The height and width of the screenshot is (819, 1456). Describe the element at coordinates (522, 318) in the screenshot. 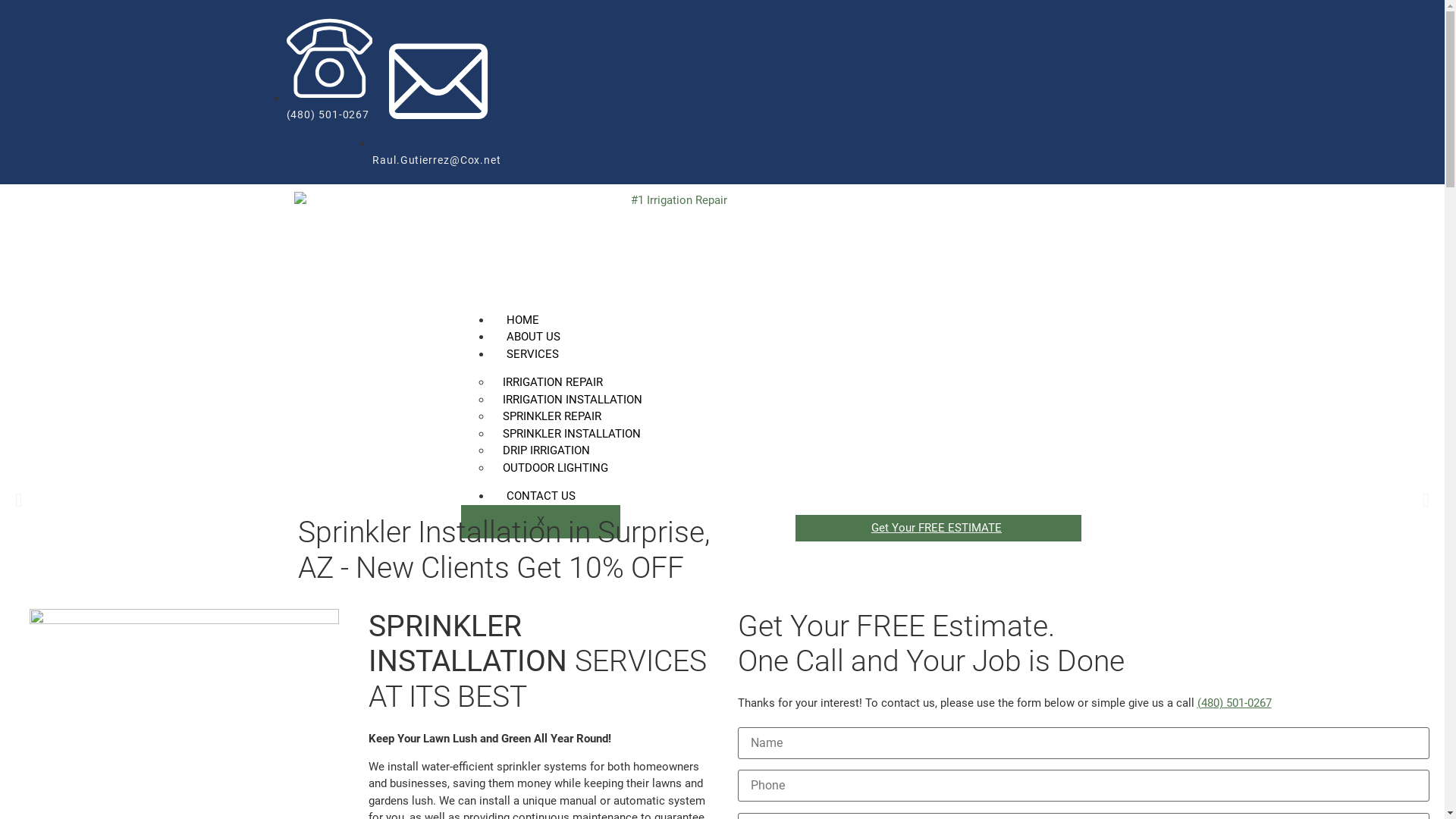

I see `'HOME'` at that location.